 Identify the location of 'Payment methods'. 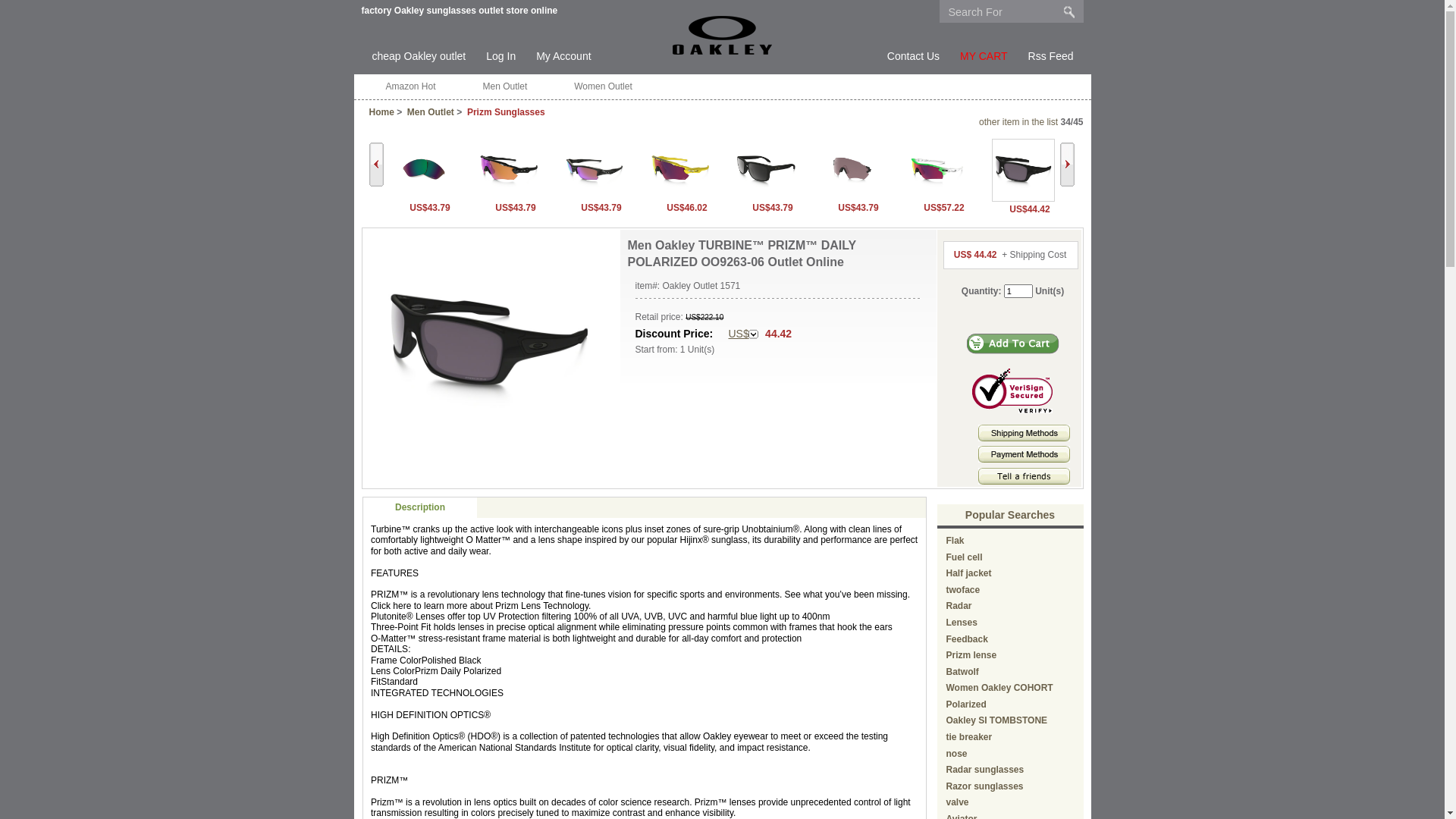
(1024, 458).